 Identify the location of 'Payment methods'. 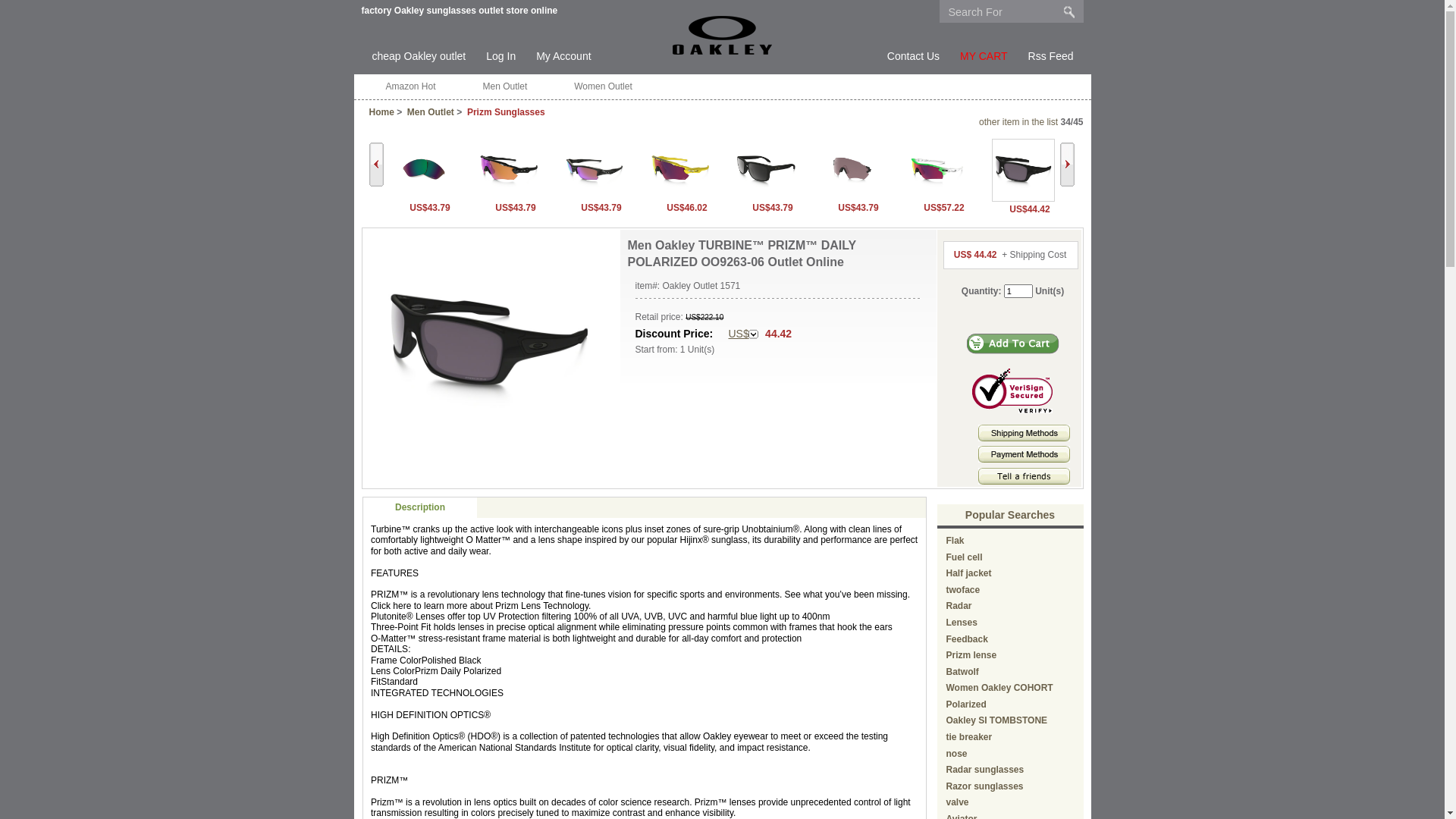
(1024, 458).